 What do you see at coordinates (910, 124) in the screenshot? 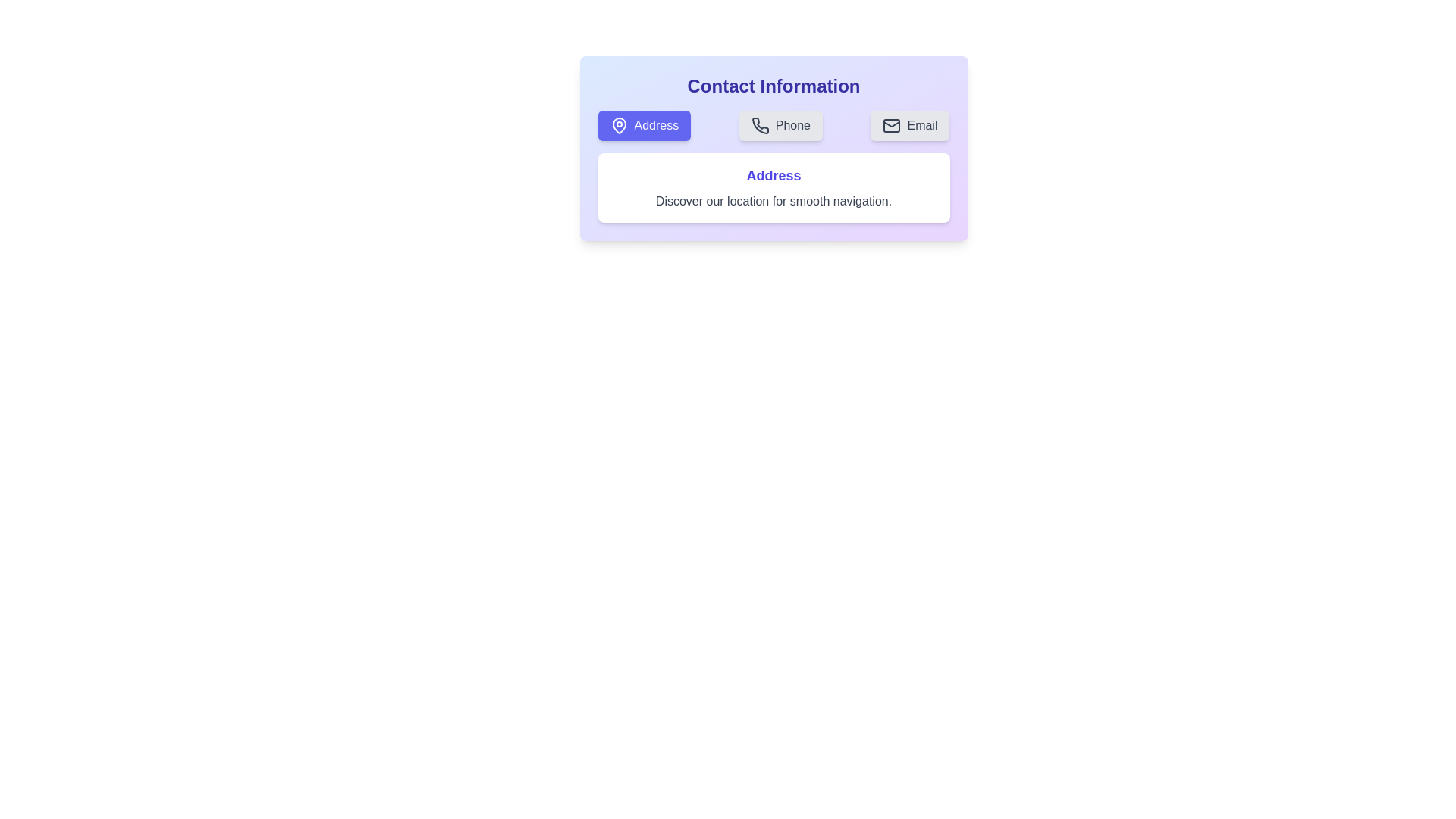
I see `the tab labeled Email to activate it` at bounding box center [910, 124].